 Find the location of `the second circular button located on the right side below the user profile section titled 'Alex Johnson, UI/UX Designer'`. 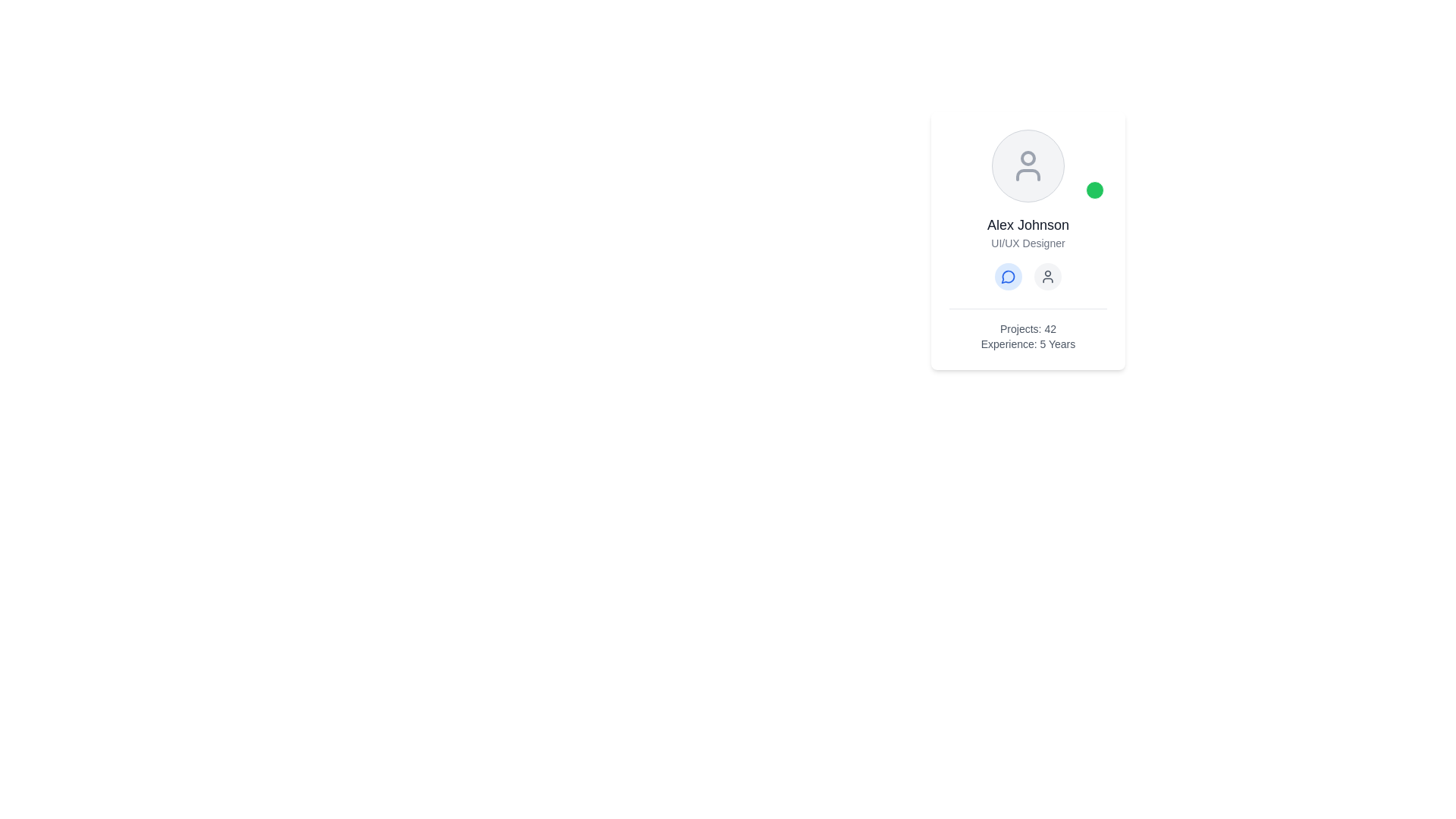

the second circular button located on the right side below the user profile section titled 'Alex Johnson, UI/UX Designer' is located at coordinates (1047, 277).